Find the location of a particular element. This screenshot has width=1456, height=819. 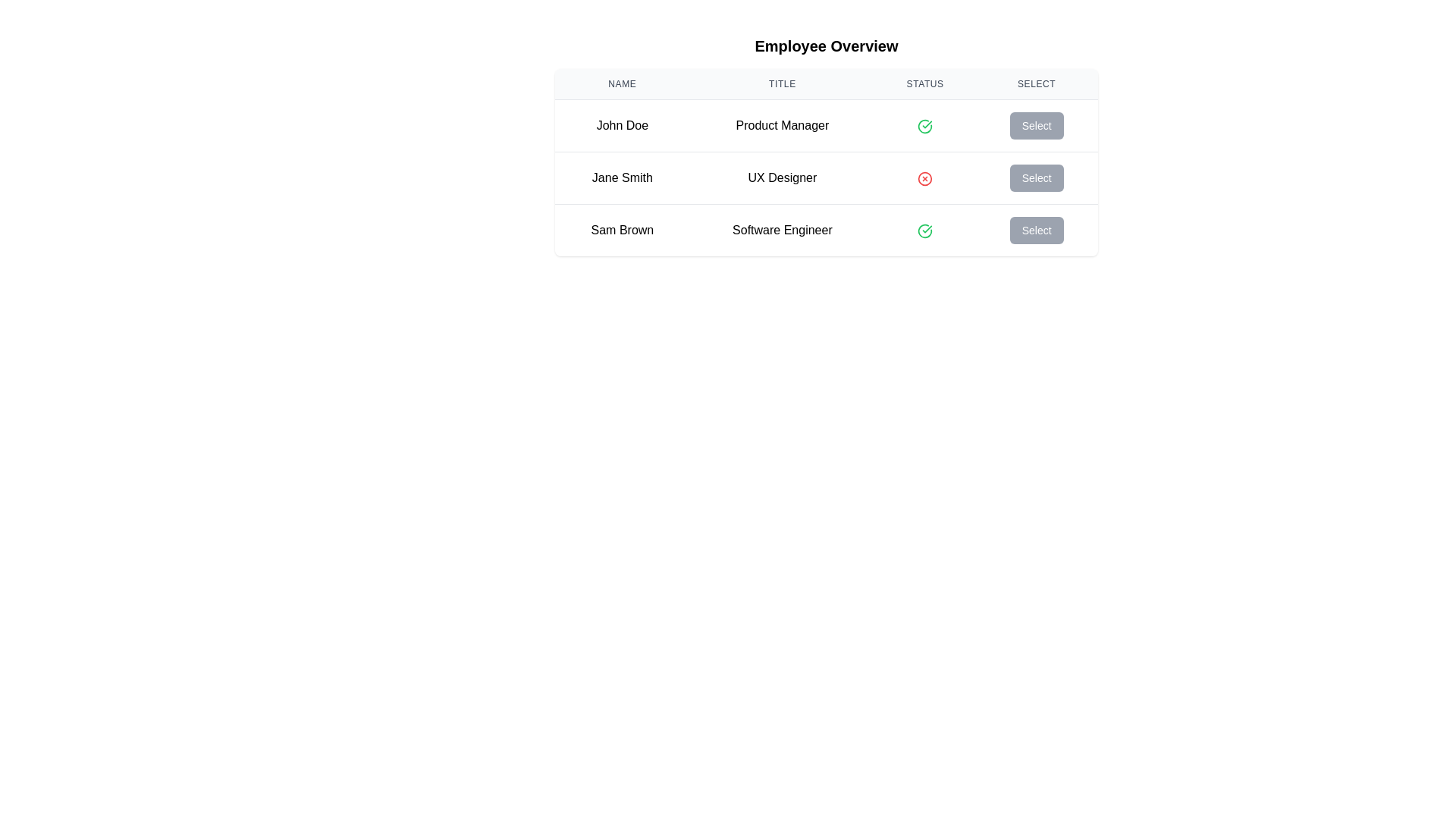

the static text element displaying the job title 'Software Engineer' located in the third row under the 'TITLE' column of the table is located at coordinates (783, 230).